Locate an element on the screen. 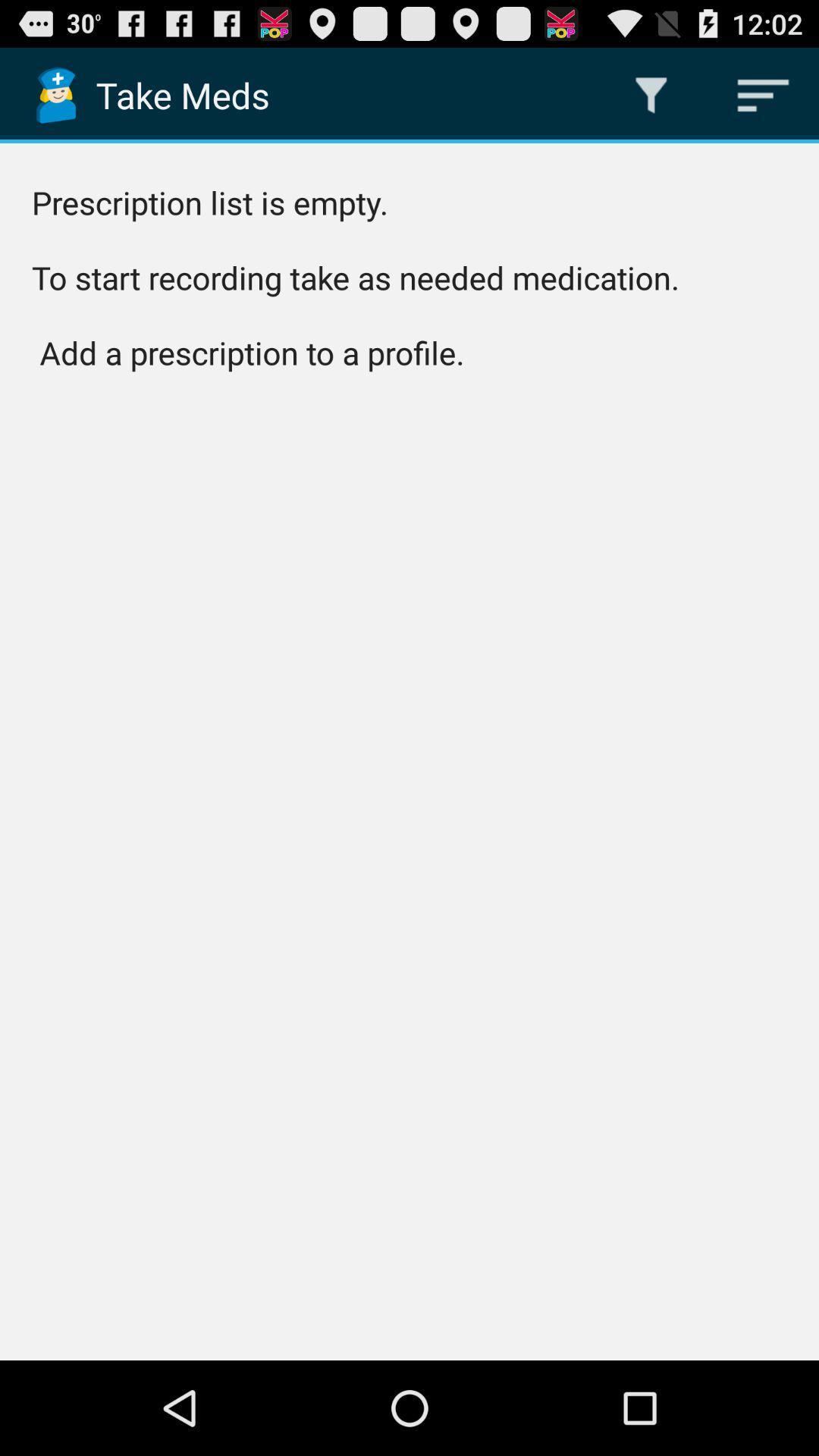  the icon above prescription list is item is located at coordinates (651, 94).